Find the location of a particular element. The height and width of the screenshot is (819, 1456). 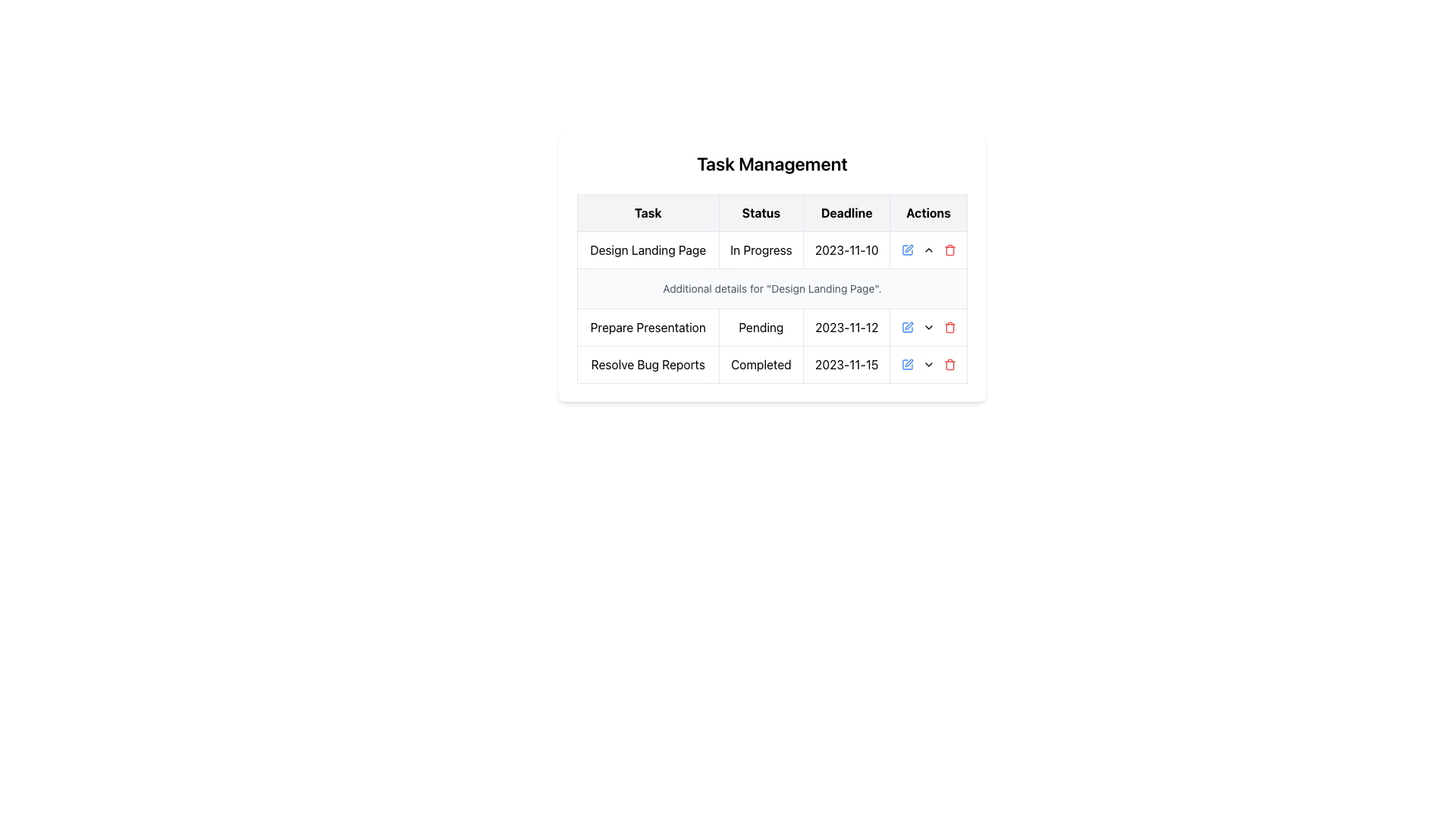

the Text Label displaying 'Design Landing Page' in the Task Management table, which is located in the first cell of the first row under the 'Task' column is located at coordinates (648, 249).